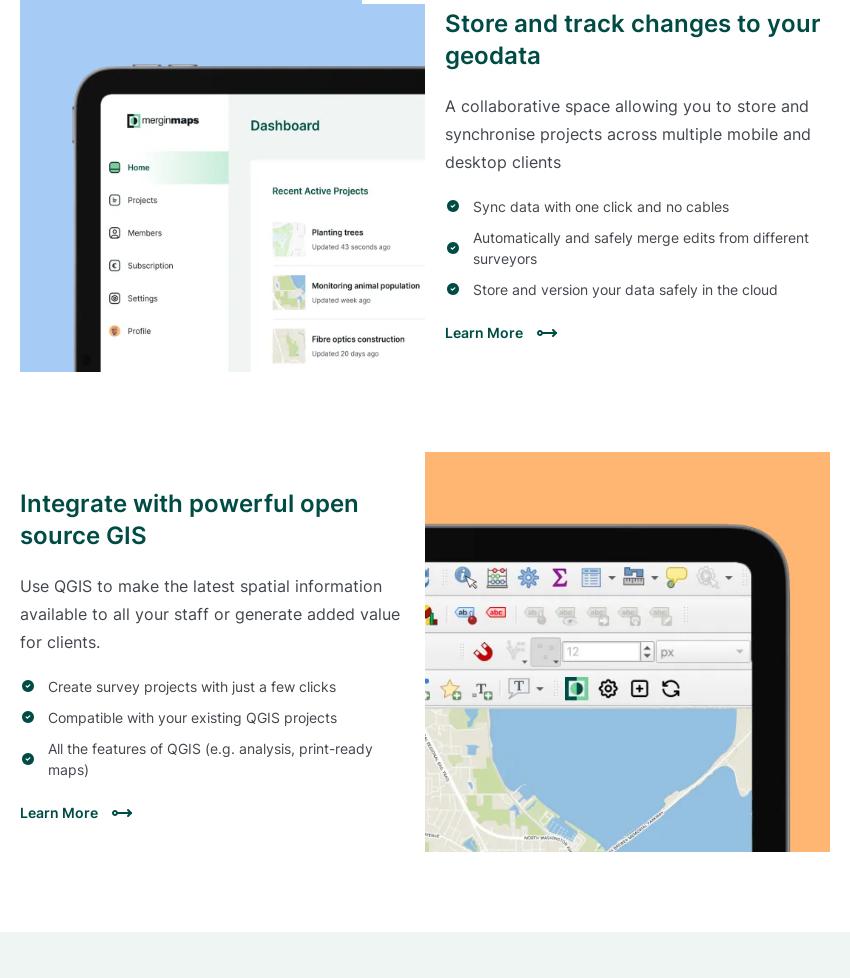 This screenshot has height=978, width=850. What do you see at coordinates (191, 685) in the screenshot?
I see `'Create survey projects with just a few clicks'` at bounding box center [191, 685].